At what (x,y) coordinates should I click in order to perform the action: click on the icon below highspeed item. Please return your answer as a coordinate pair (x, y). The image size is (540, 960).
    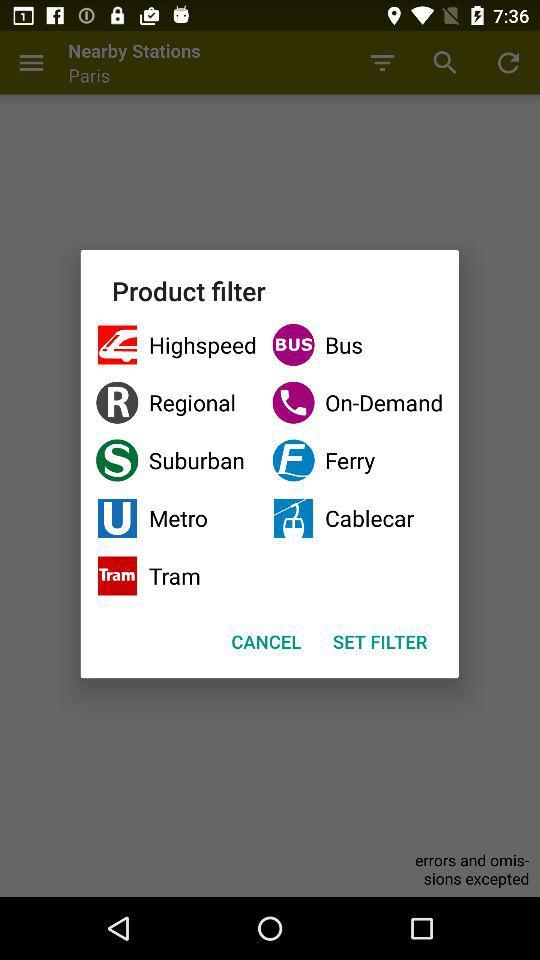
    Looking at the image, I should click on (176, 401).